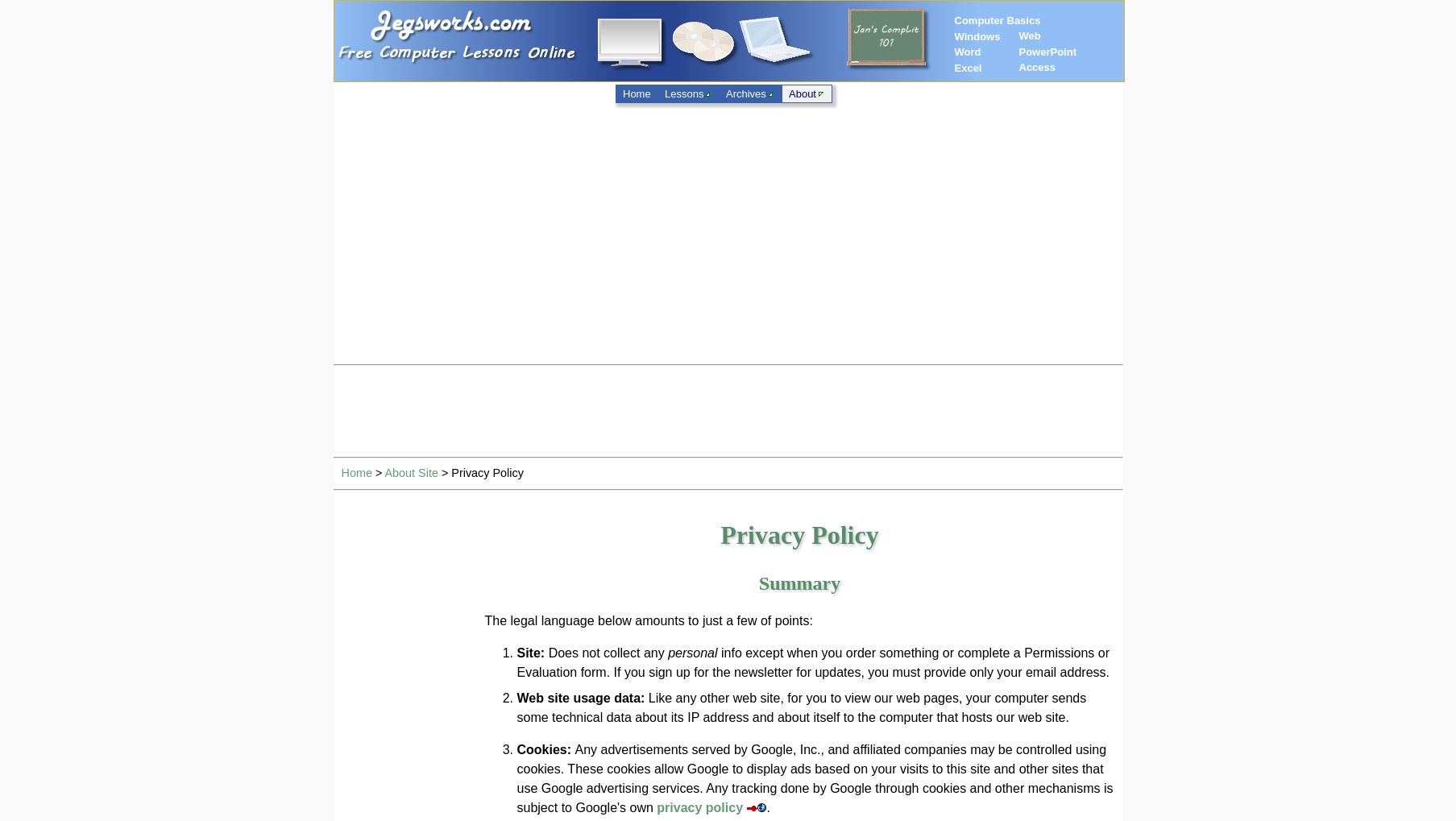  What do you see at coordinates (801, 707) in the screenshot?
I see `'Like any other web site, for you to view our web pages, your computer sends some technical data about its IP address and about itself to the computer that hosts our web site.'` at bounding box center [801, 707].